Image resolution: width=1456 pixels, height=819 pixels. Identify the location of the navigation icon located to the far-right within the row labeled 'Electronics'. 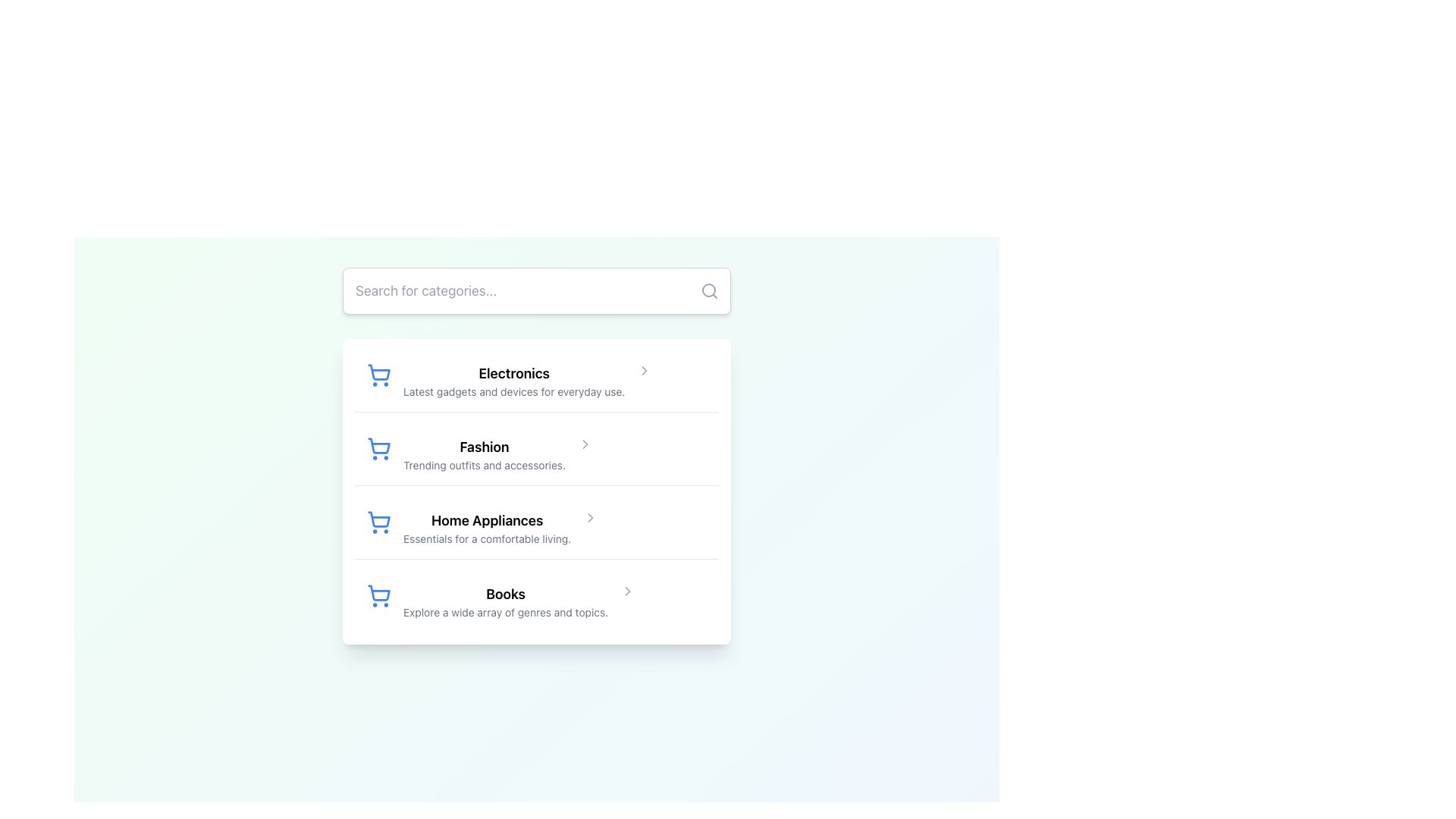
(645, 371).